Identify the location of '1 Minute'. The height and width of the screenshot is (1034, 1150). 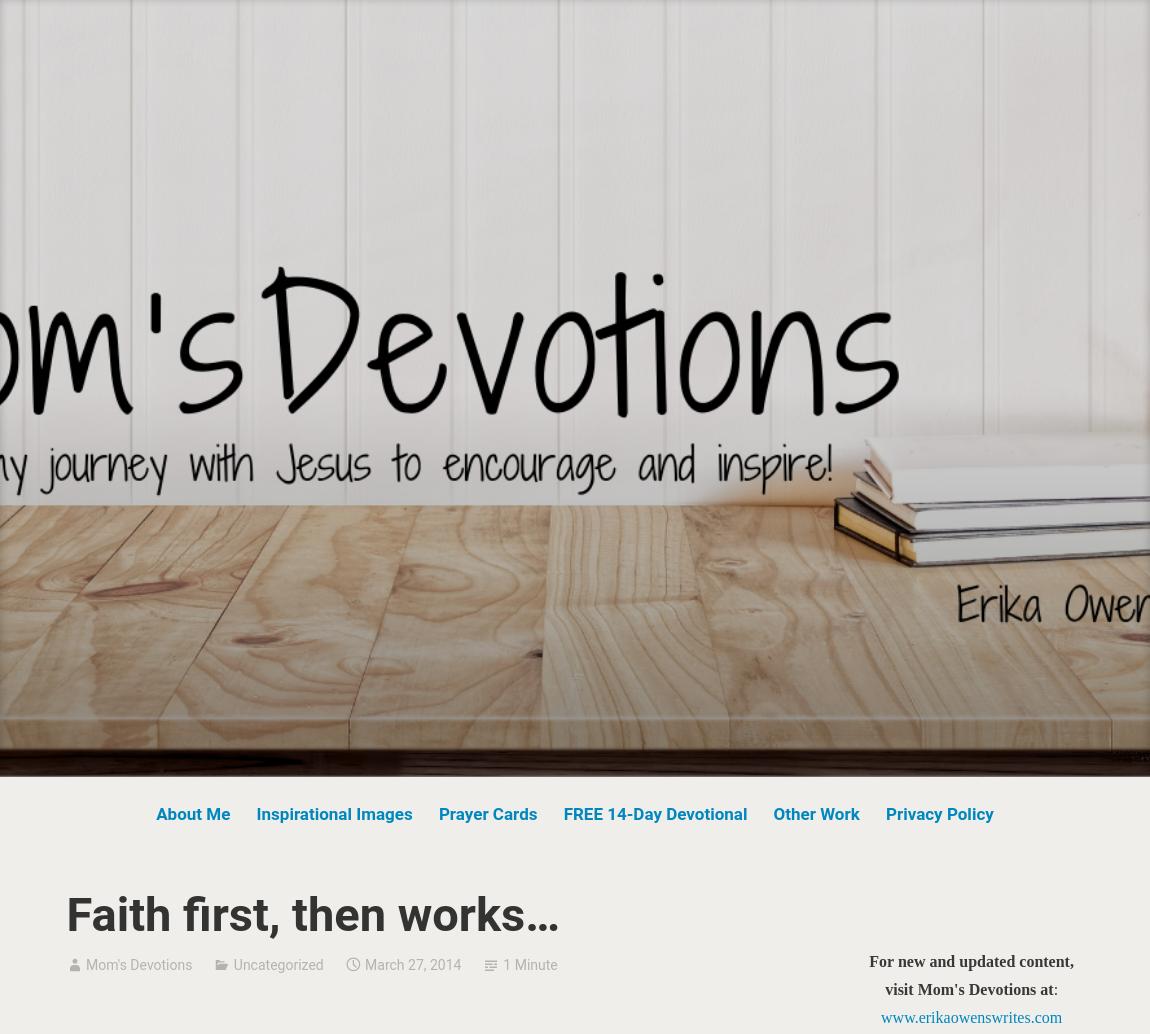
(530, 962).